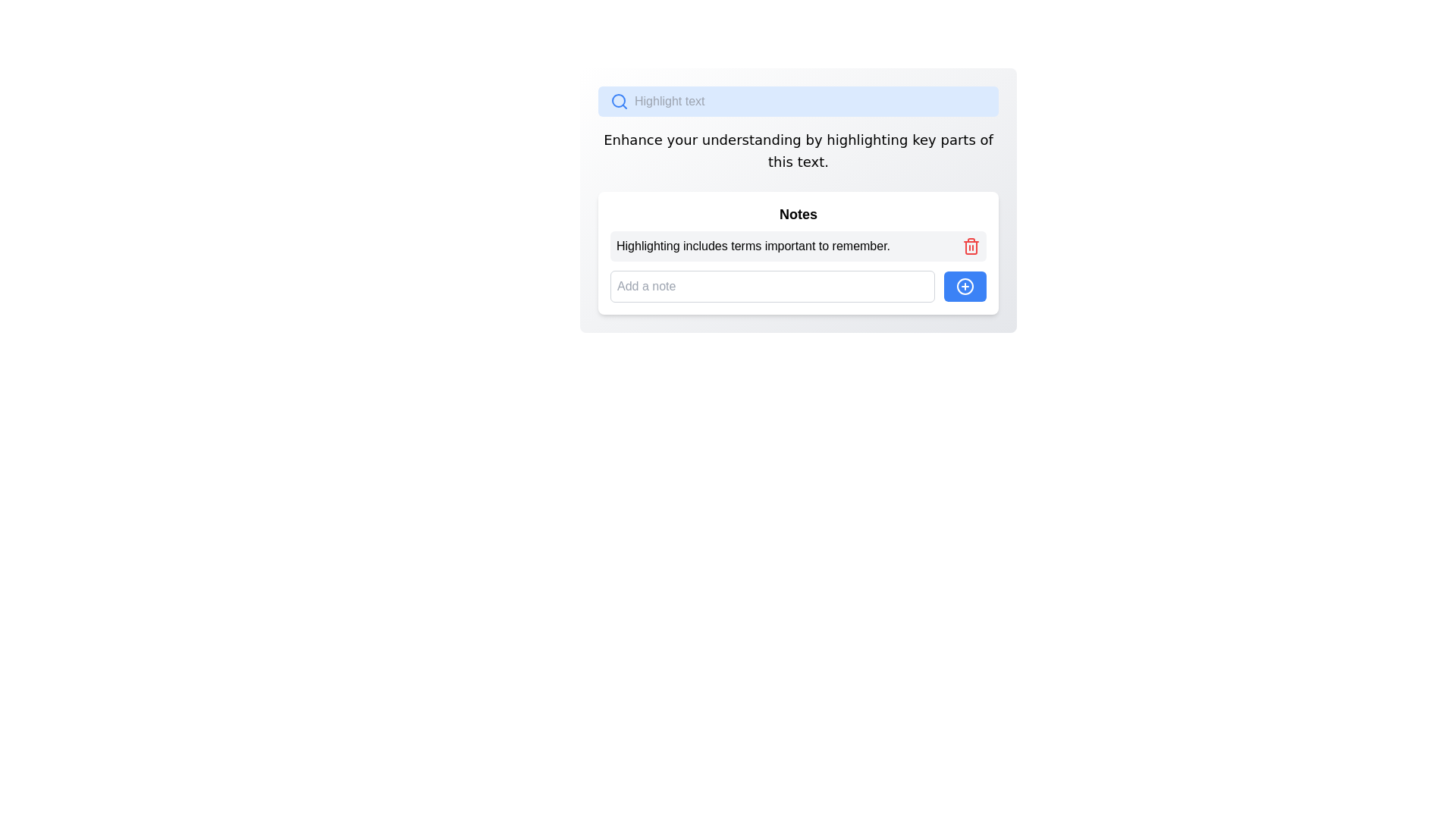 The image size is (1456, 819). I want to click on the letter 'h' in the word 'Enhance' within the text 'Enhance your understanding by highlighting key parts of this text.', so click(625, 140).